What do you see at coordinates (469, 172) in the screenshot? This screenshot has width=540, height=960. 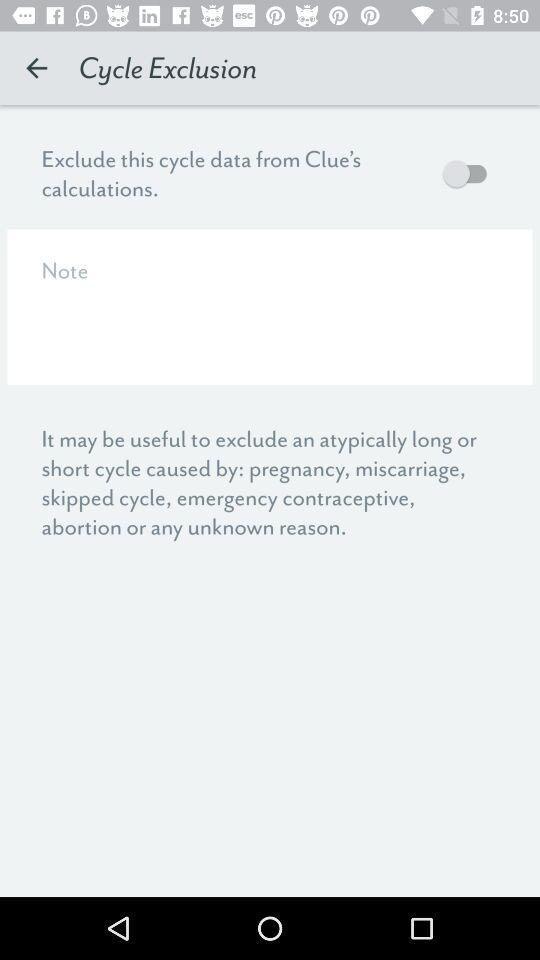 I see `exclude data` at bounding box center [469, 172].